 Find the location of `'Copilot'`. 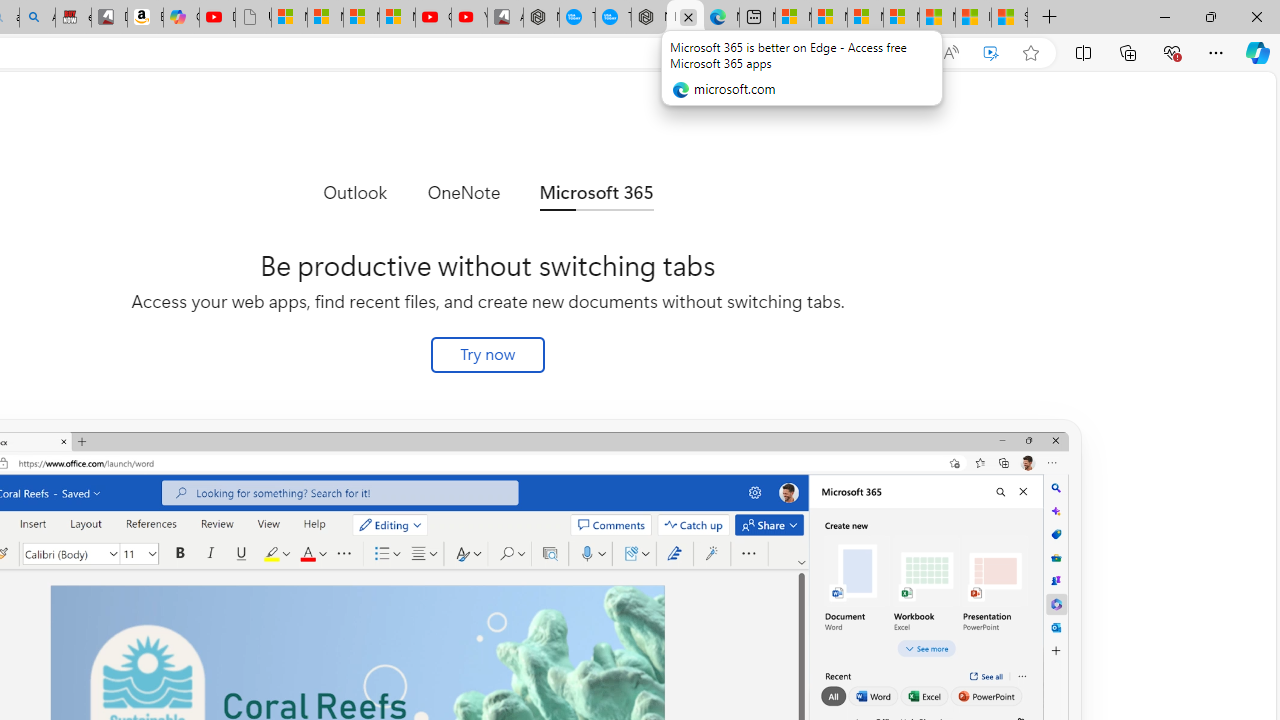

'Copilot' is located at coordinates (181, 17).